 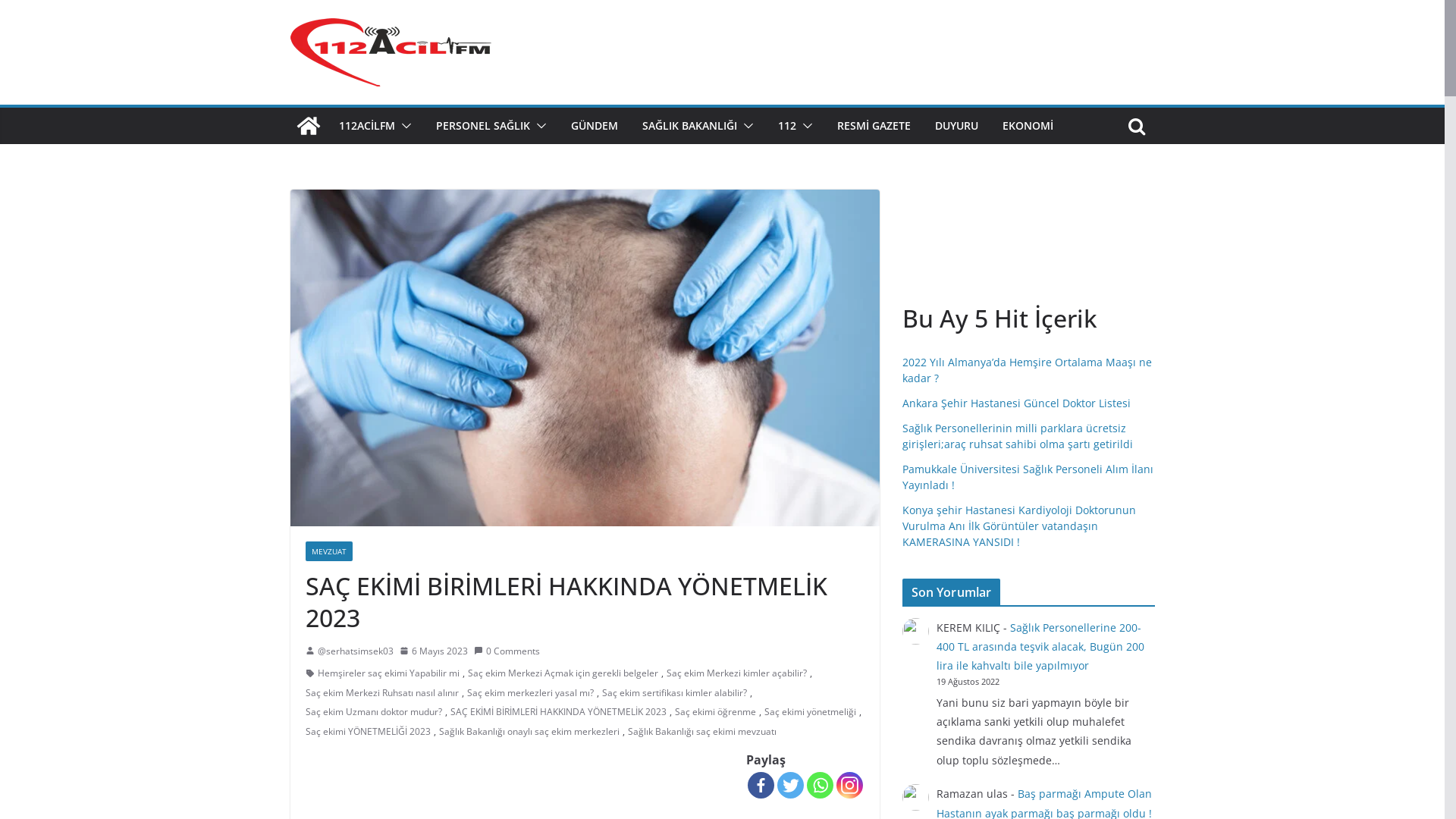 What do you see at coordinates (327, 551) in the screenshot?
I see `'MEVZUAT'` at bounding box center [327, 551].